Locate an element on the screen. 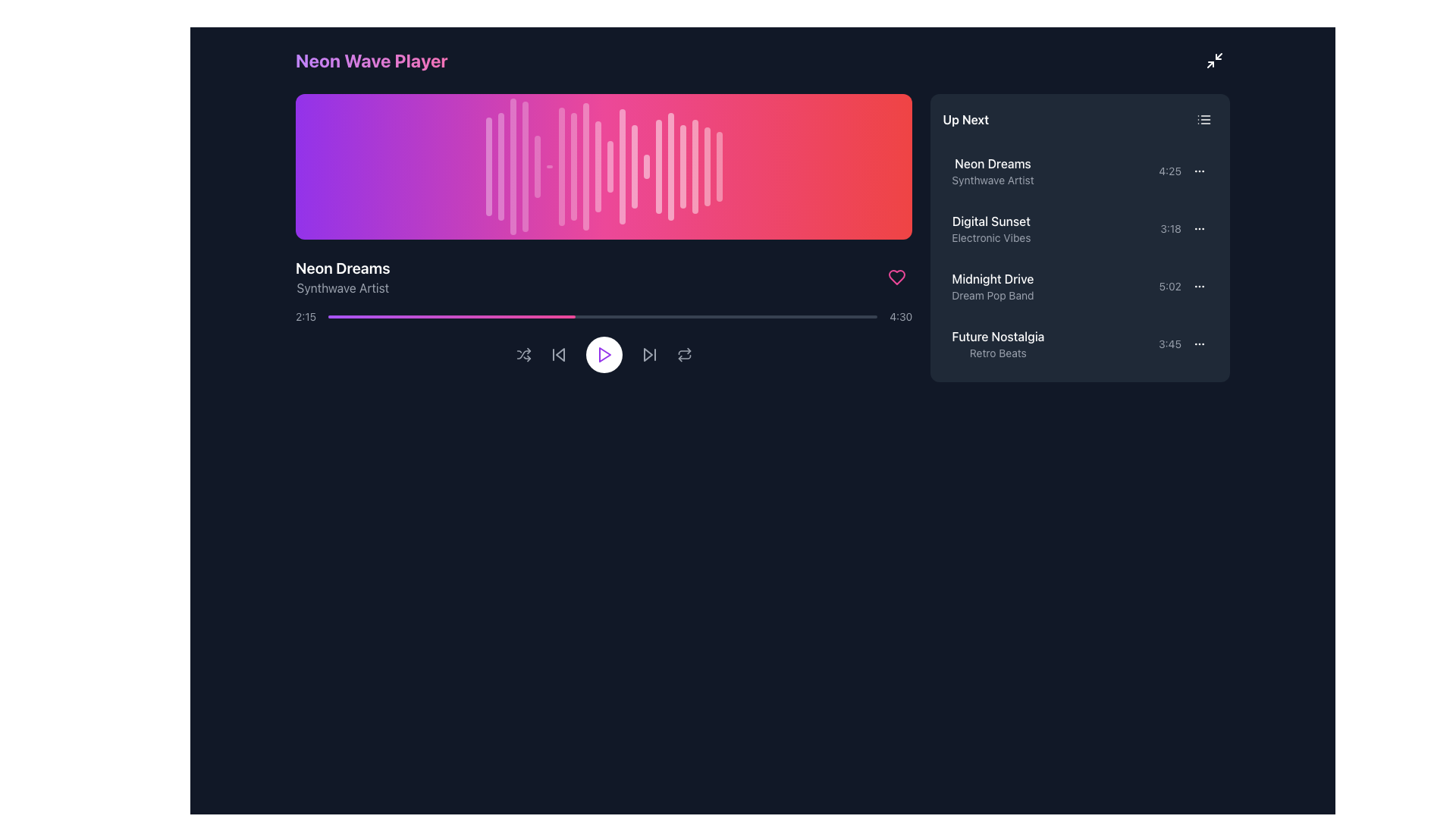 The height and width of the screenshot is (819, 1456). the playback control Icon button located to the left of the central play button is located at coordinates (559, 354).